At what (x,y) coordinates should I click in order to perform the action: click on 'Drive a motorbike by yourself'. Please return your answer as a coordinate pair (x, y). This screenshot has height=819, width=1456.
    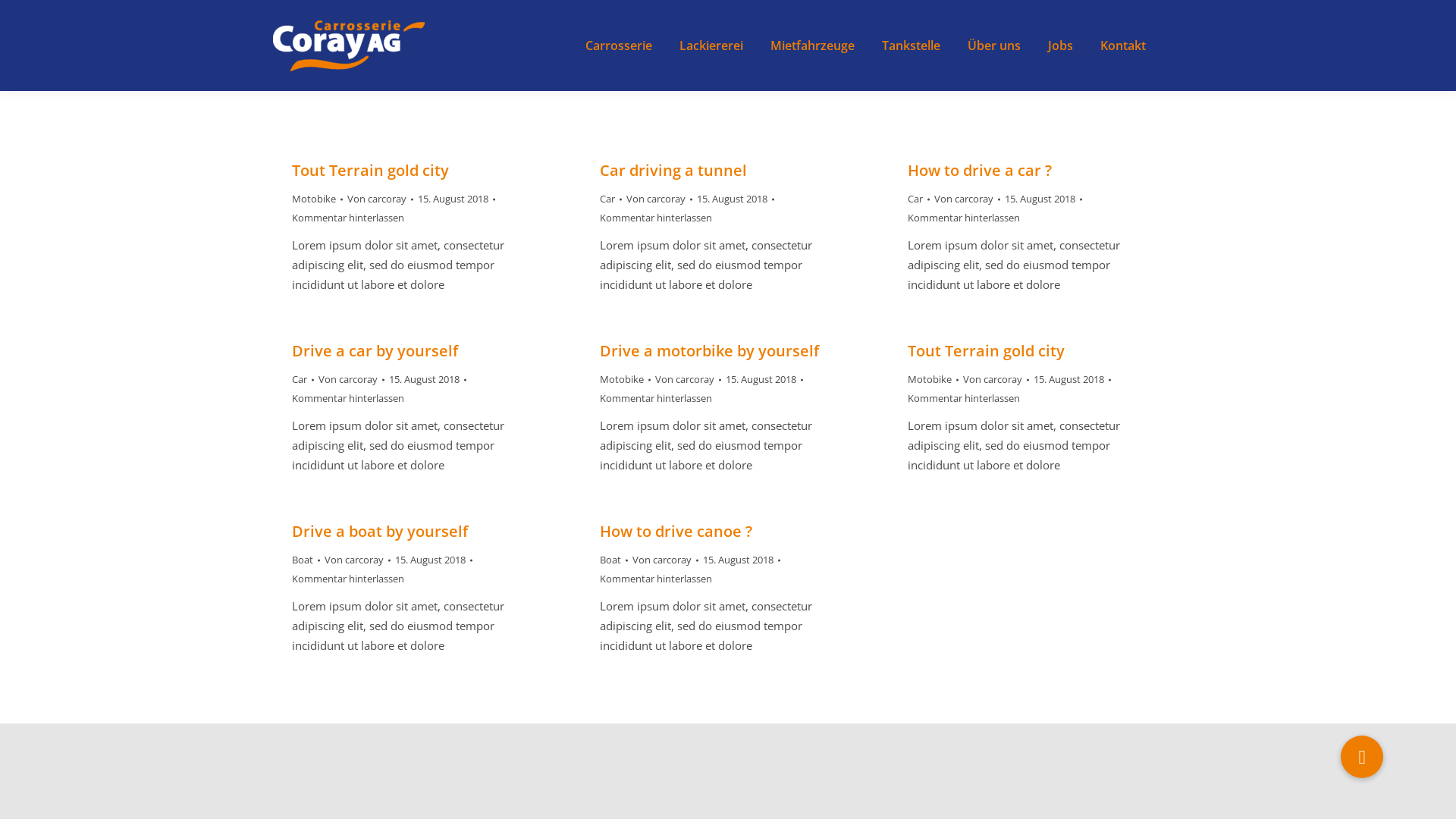
    Looking at the image, I should click on (708, 350).